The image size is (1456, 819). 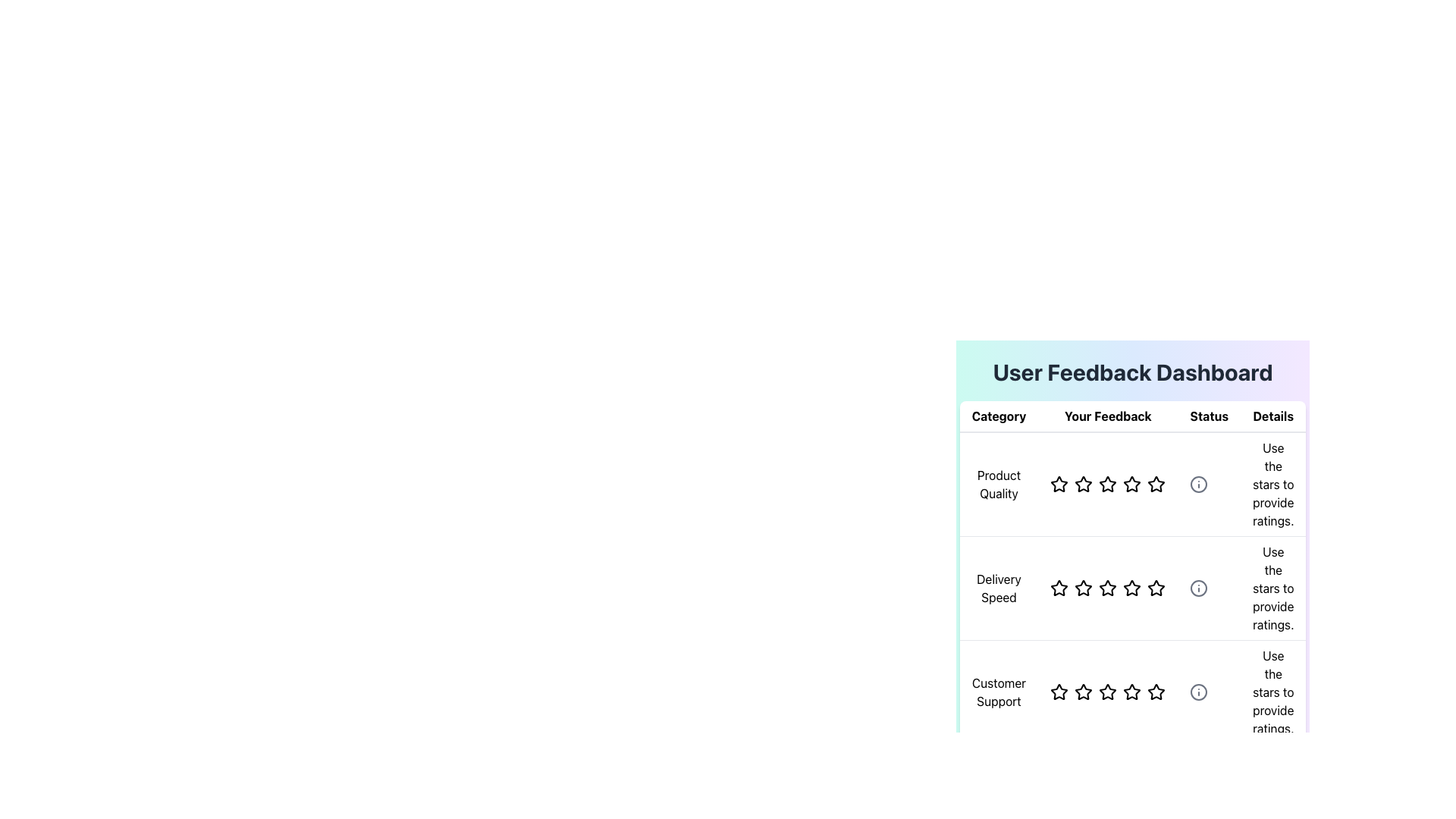 What do you see at coordinates (1132, 587) in the screenshot?
I see `the fourth unfilled star icon in the 'Delivery Speed' row under the 'Your Feedback' column` at bounding box center [1132, 587].